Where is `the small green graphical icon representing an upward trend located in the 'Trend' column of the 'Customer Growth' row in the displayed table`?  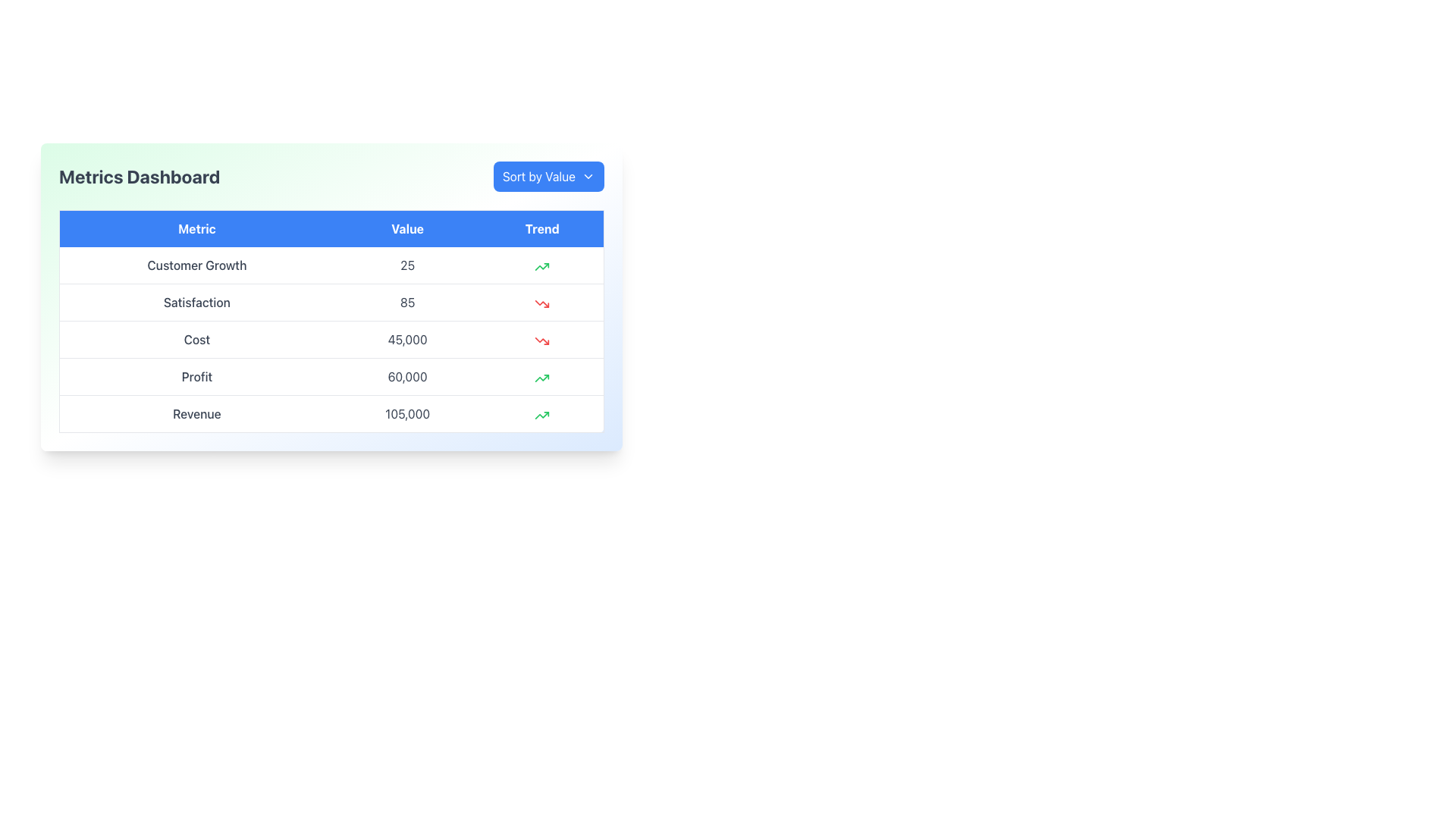
the small green graphical icon representing an upward trend located in the 'Trend' column of the 'Customer Growth' row in the displayed table is located at coordinates (542, 265).